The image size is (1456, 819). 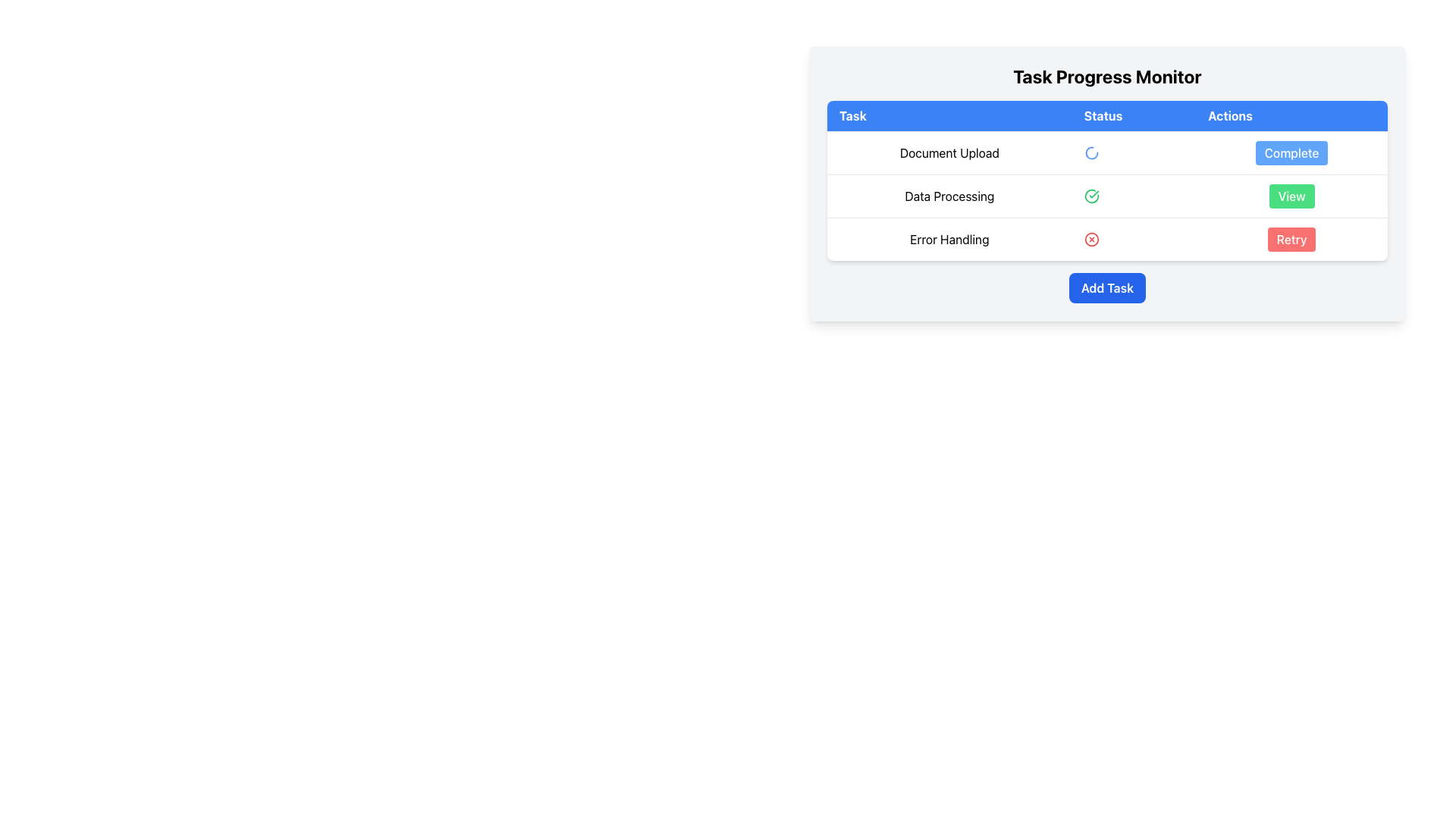 What do you see at coordinates (1090, 152) in the screenshot?
I see `the loading indicator for the 'Document Upload' task in the 'Status' column of the 'Task Progress Monitor' table` at bounding box center [1090, 152].